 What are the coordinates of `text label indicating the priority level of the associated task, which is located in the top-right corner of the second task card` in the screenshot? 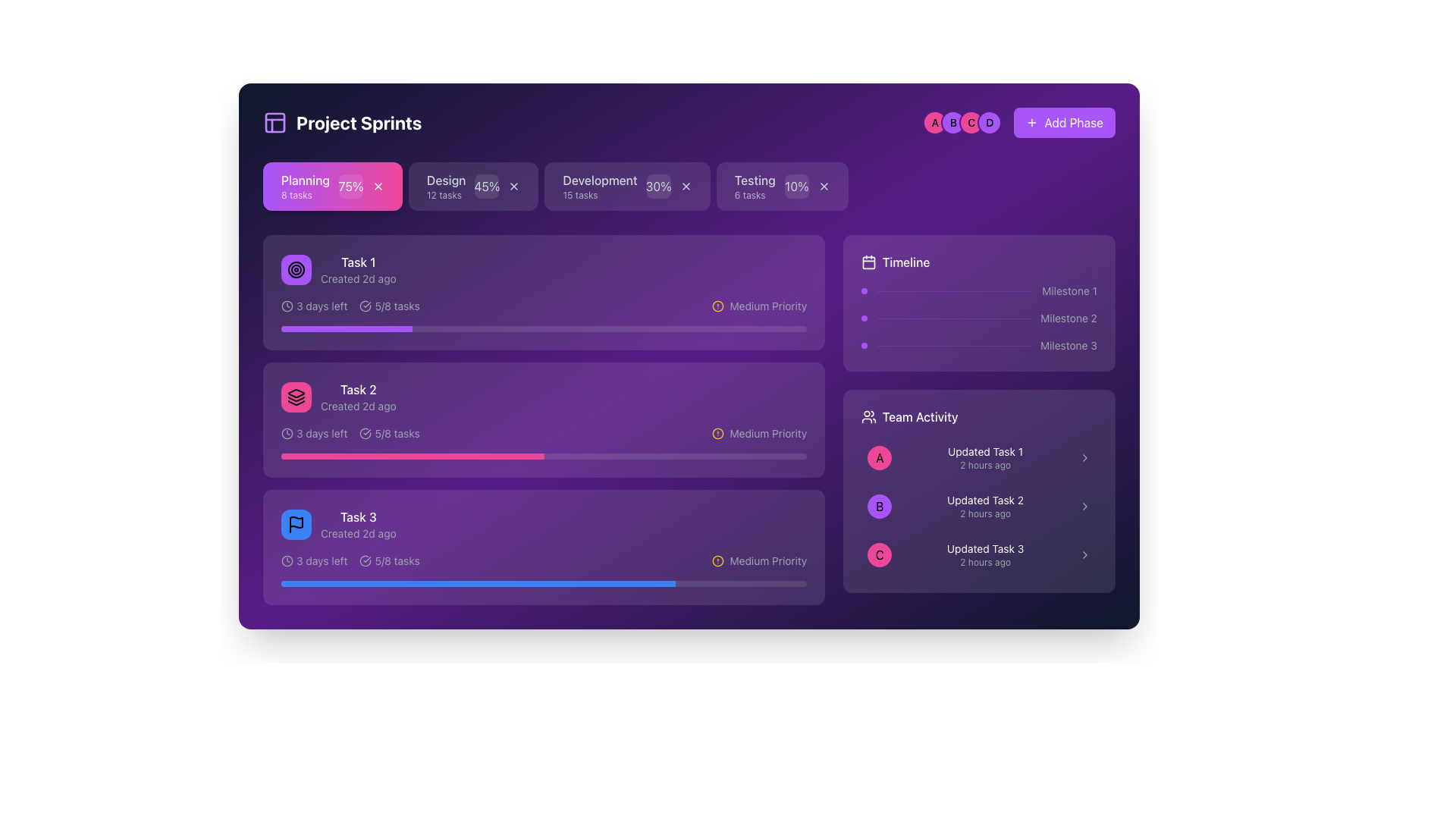 It's located at (768, 306).